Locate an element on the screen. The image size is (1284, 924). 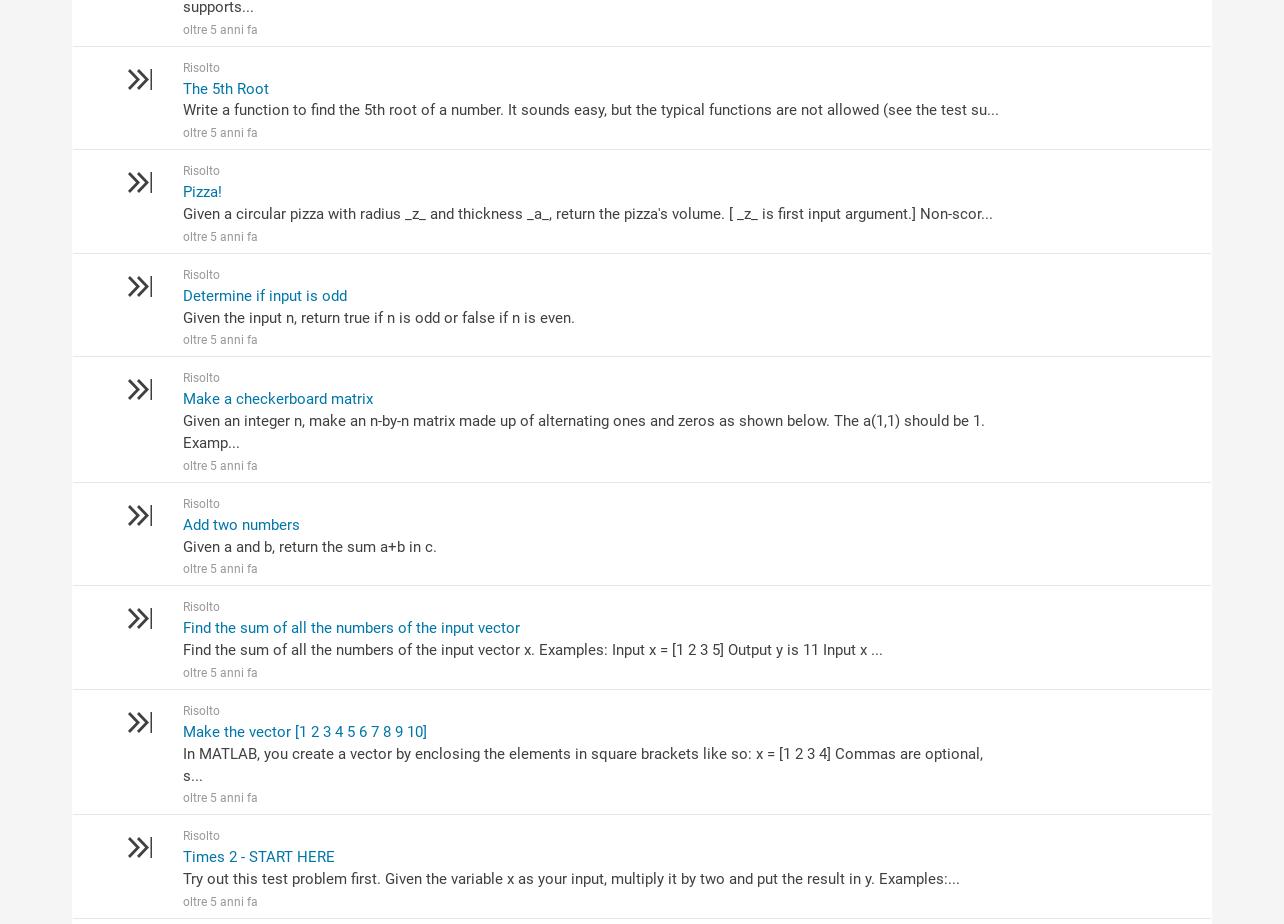
'Given the input n, return true if n is odd or false if n is even.' is located at coordinates (378, 317).